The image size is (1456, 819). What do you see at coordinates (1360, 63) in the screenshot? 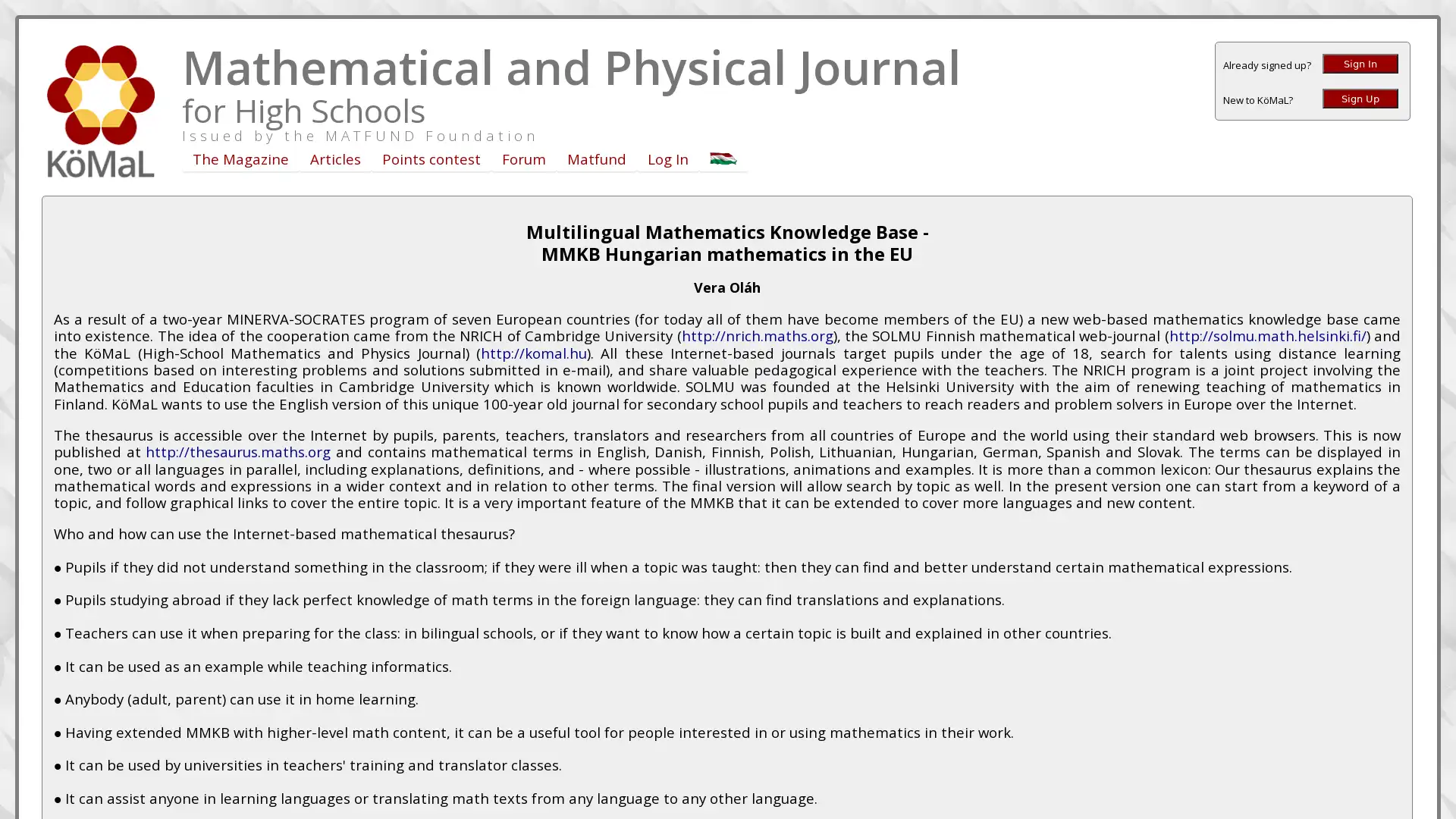
I see `Sign In` at bounding box center [1360, 63].